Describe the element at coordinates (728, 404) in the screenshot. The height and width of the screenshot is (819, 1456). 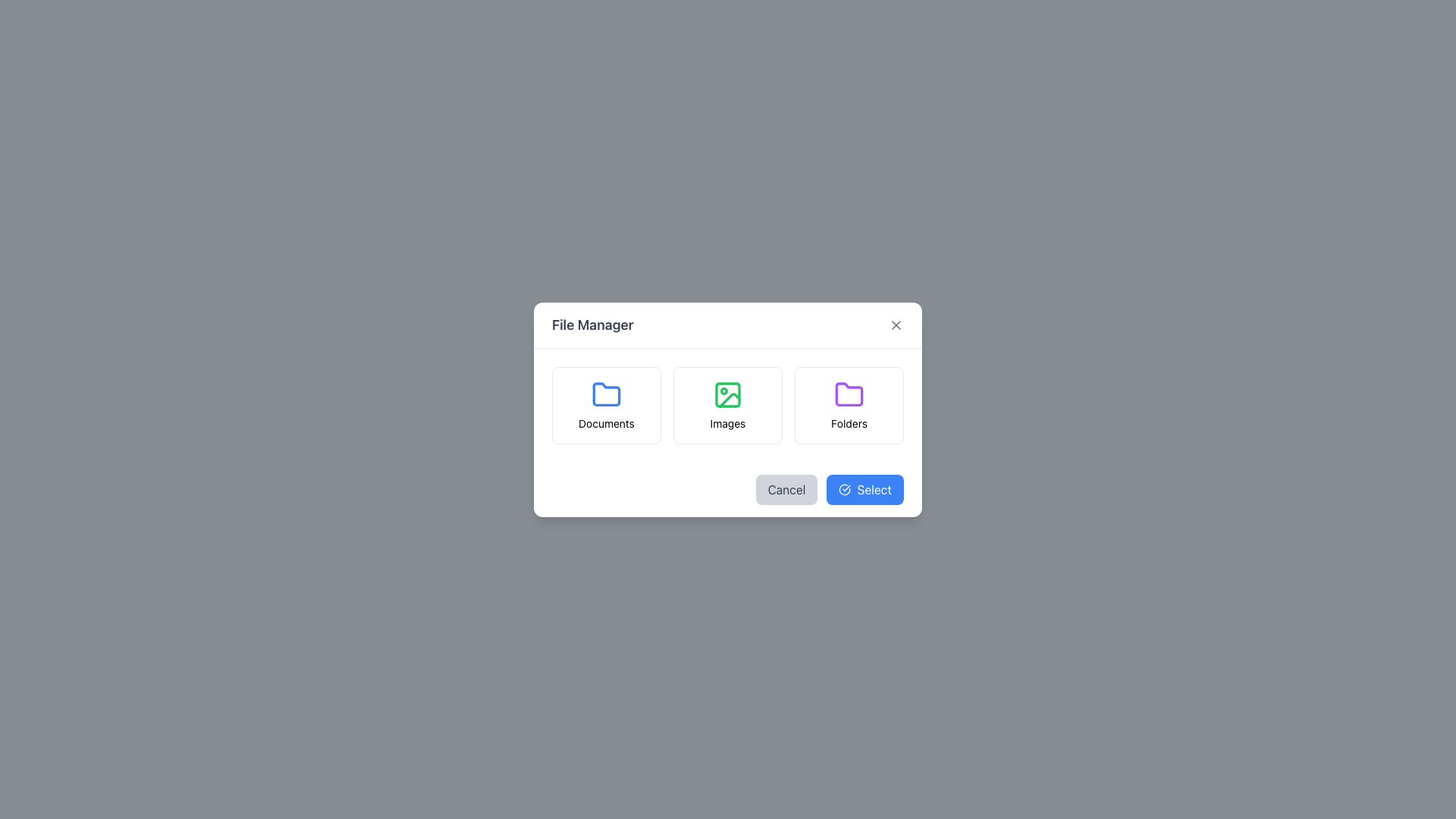
I see `the 'Images' selection button in the file manager interface` at that location.